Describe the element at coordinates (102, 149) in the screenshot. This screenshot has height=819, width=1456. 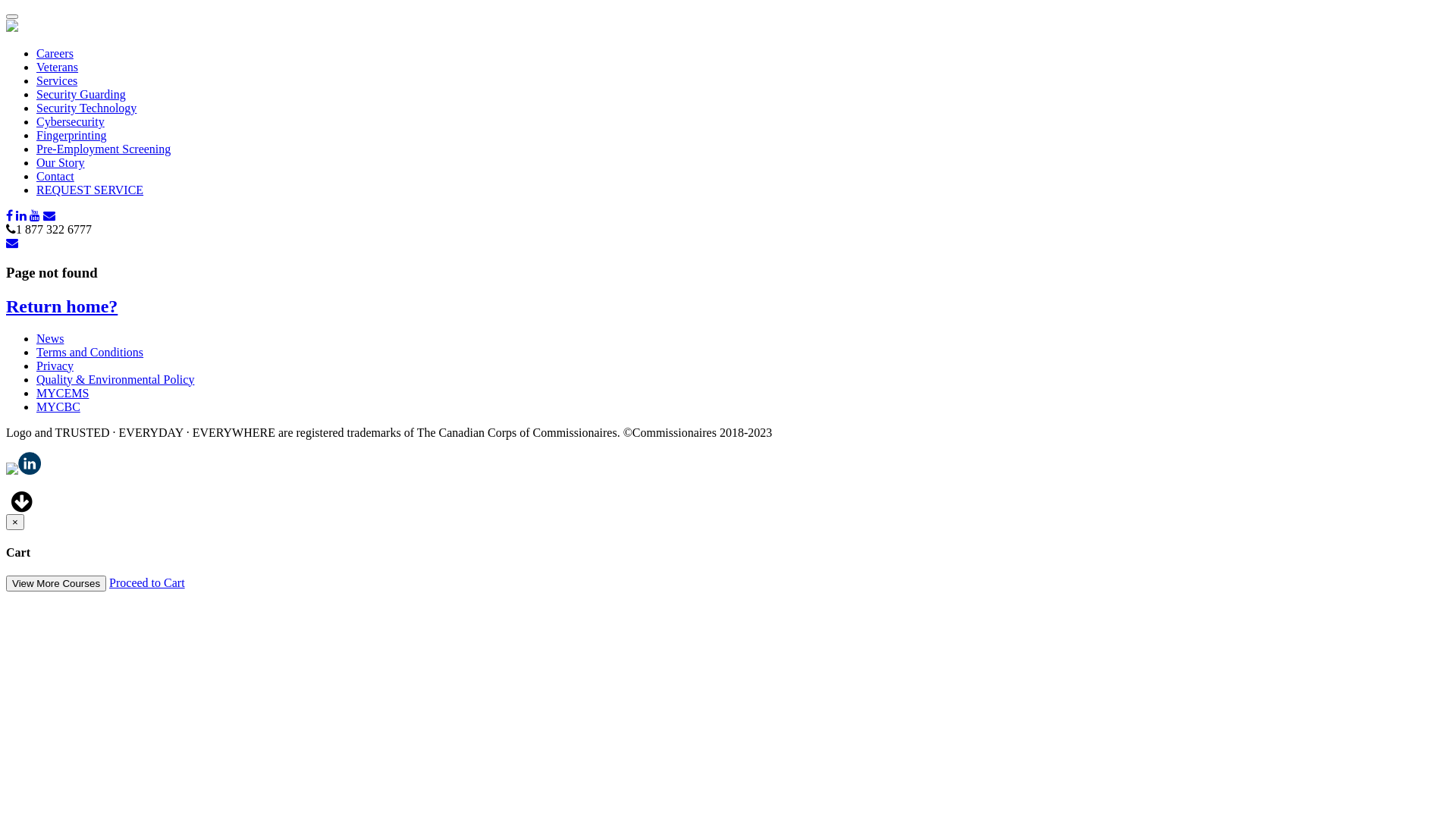
I see `'Pre-Employment Screening'` at that location.